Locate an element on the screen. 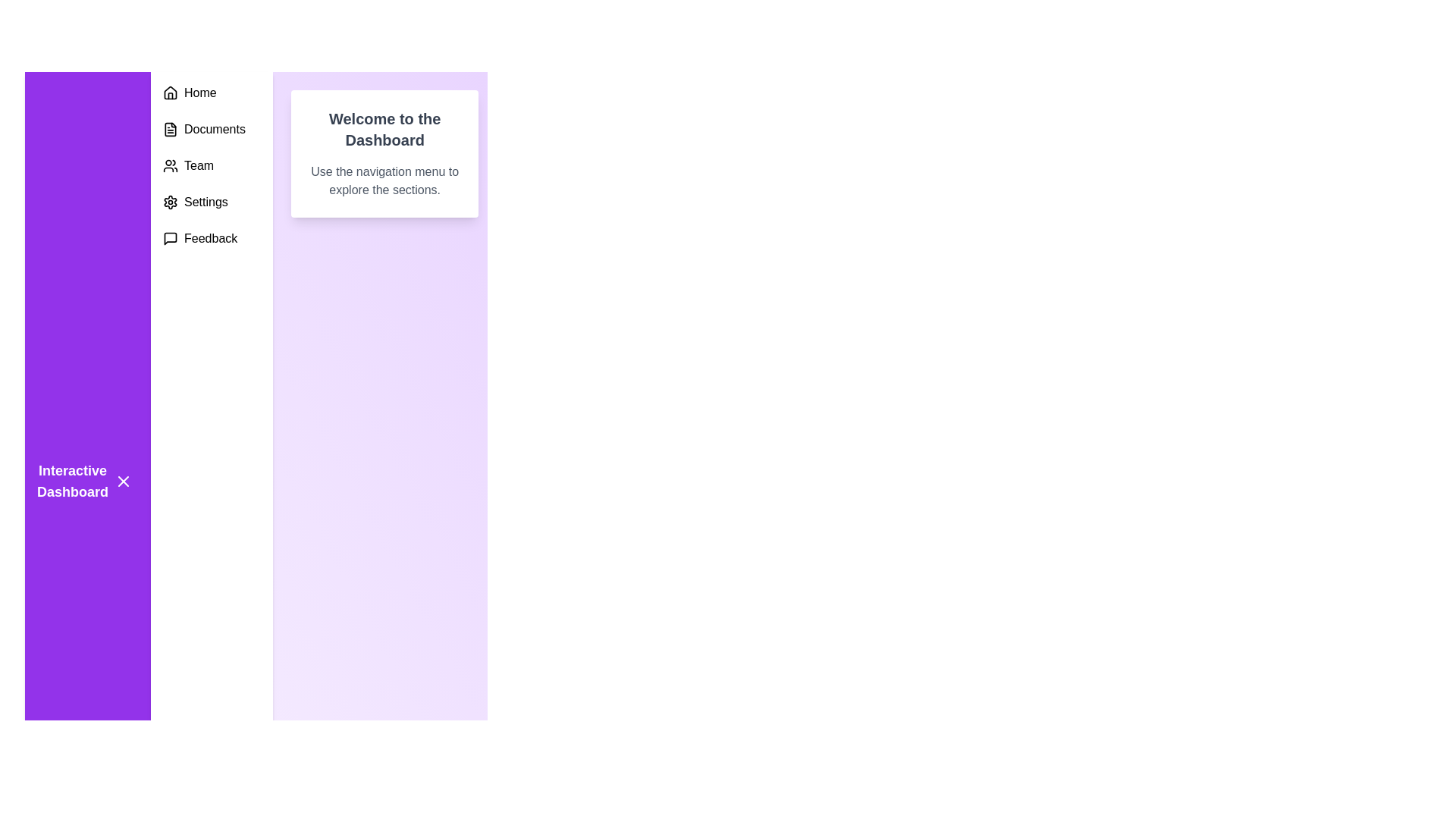 The height and width of the screenshot is (819, 1456). the 'Team' text label in the vertical menu on the left-hand side is located at coordinates (198, 166).